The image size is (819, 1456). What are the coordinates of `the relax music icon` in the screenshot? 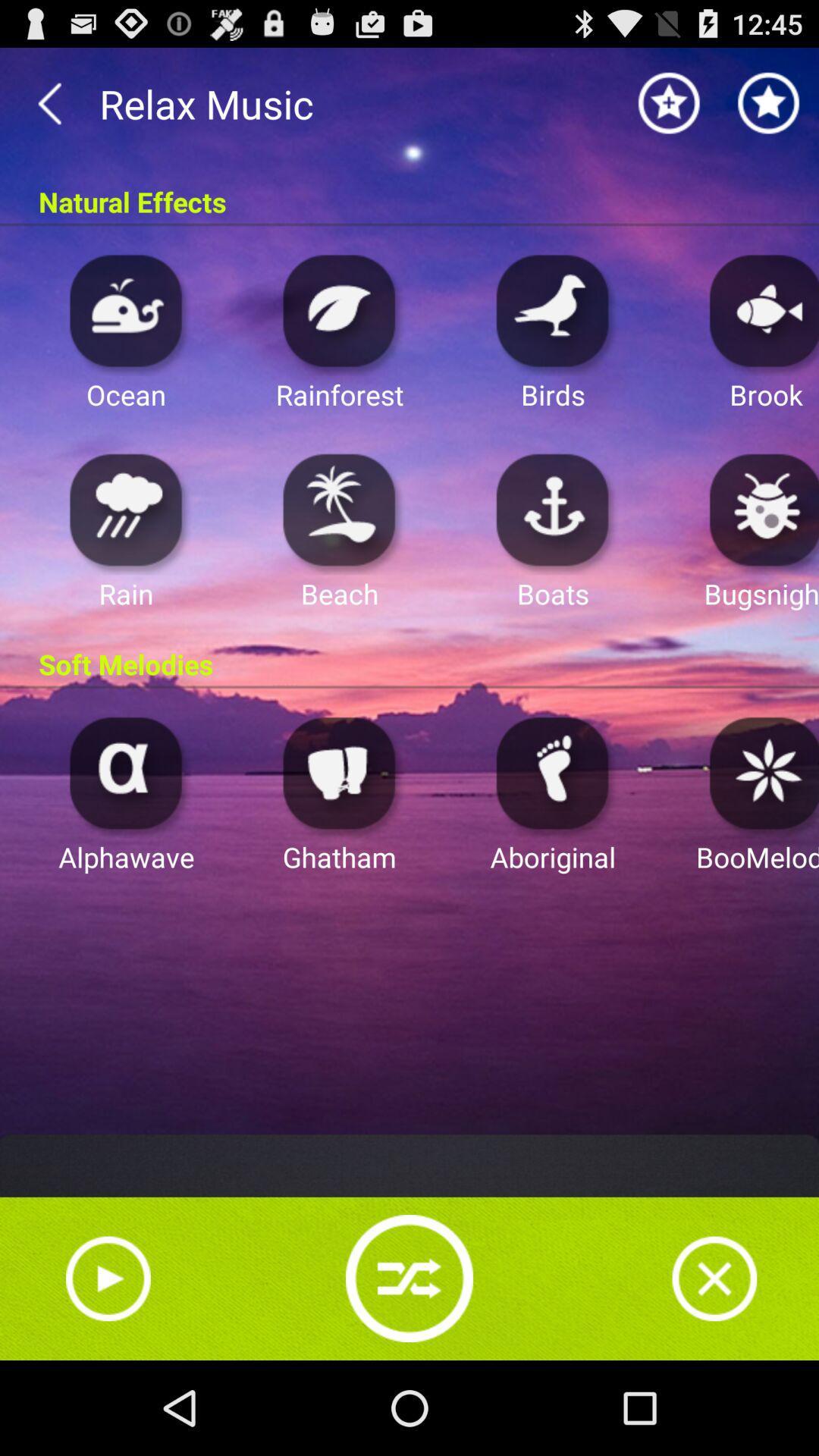 It's located at (409, 103).